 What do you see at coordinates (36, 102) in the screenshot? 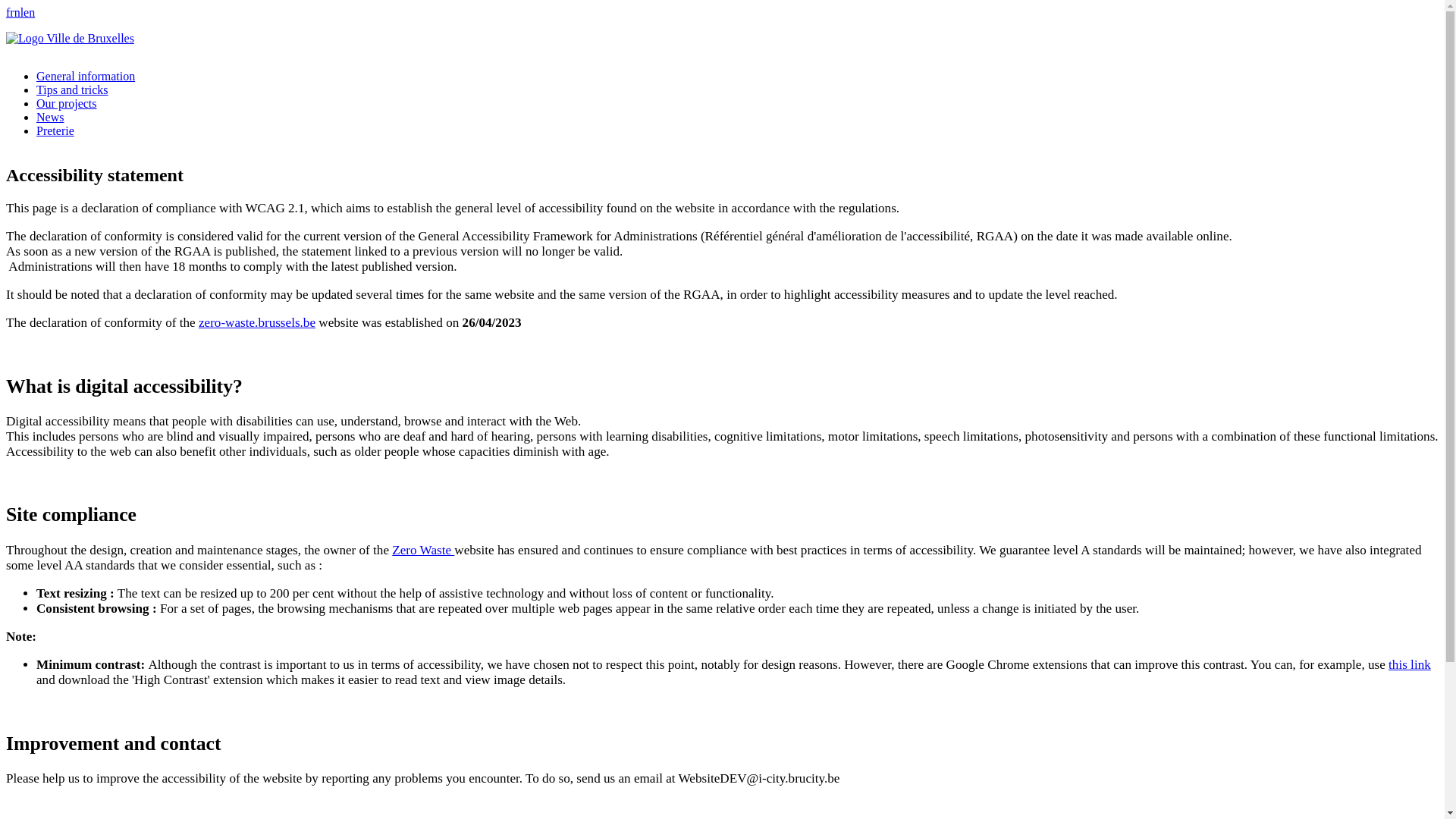
I see `'Our projects'` at bounding box center [36, 102].